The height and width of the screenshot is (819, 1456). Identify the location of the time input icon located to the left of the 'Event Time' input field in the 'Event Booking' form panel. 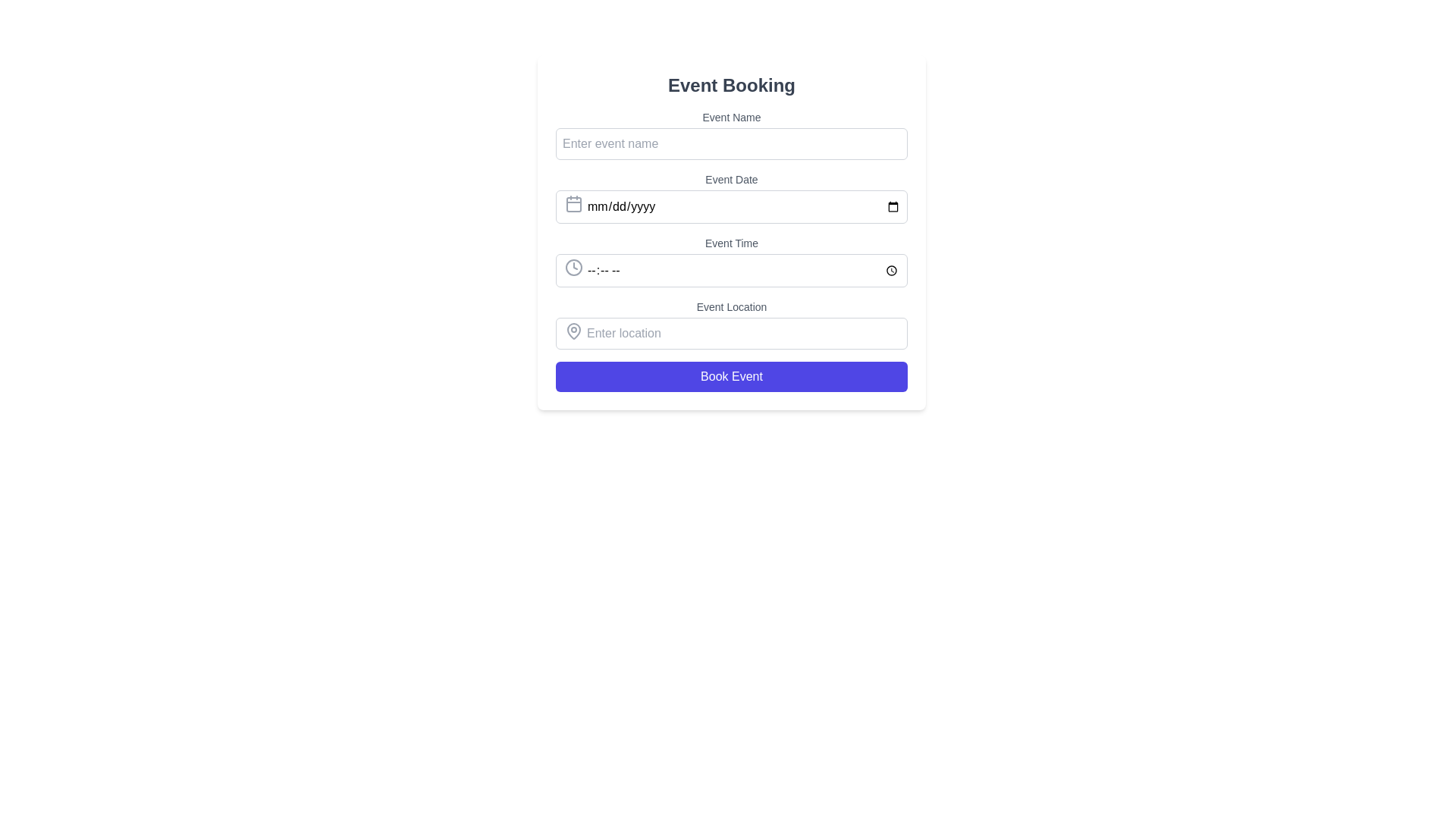
(573, 267).